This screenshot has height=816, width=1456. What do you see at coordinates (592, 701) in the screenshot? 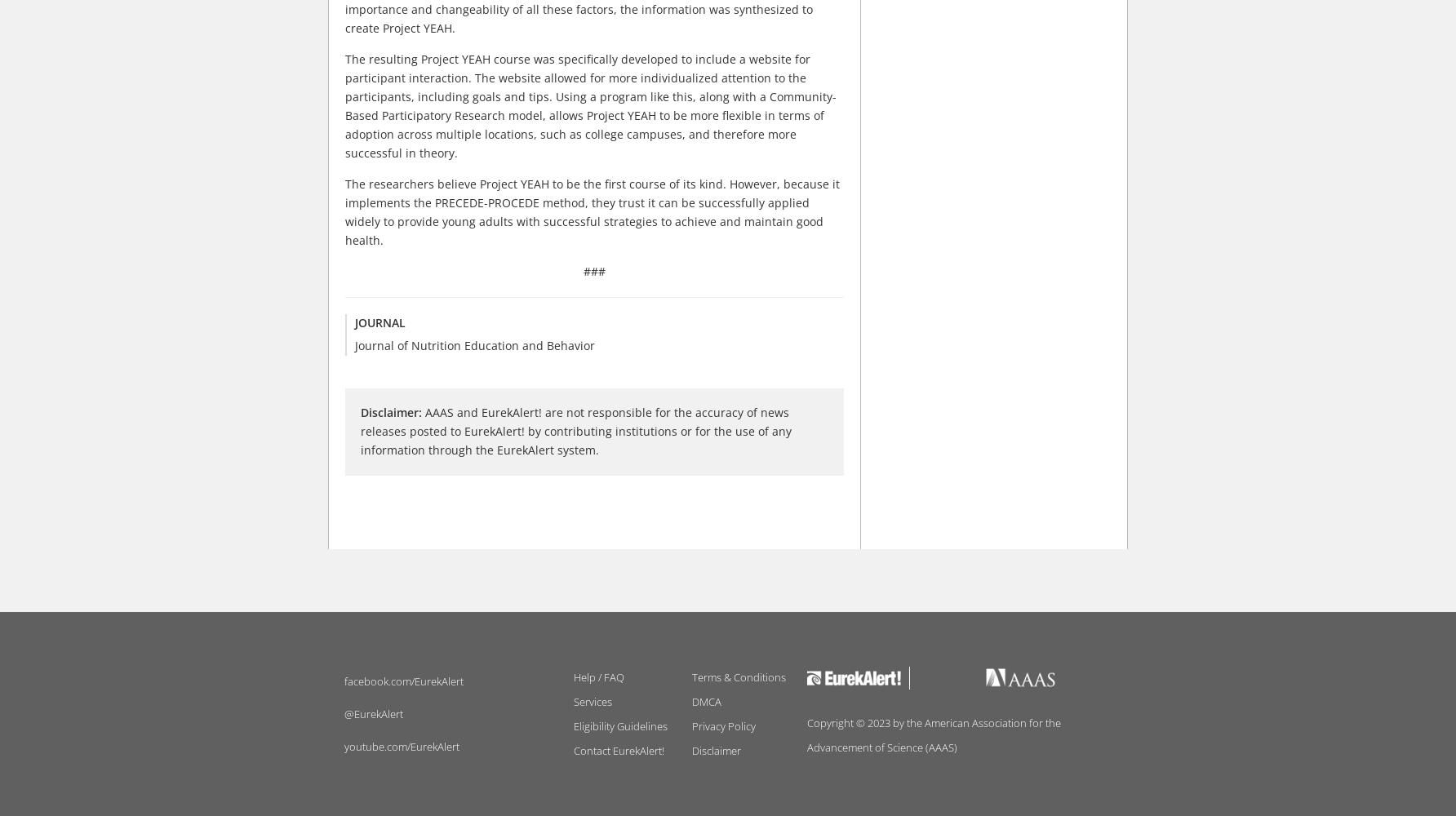
I see `'Services'` at bounding box center [592, 701].